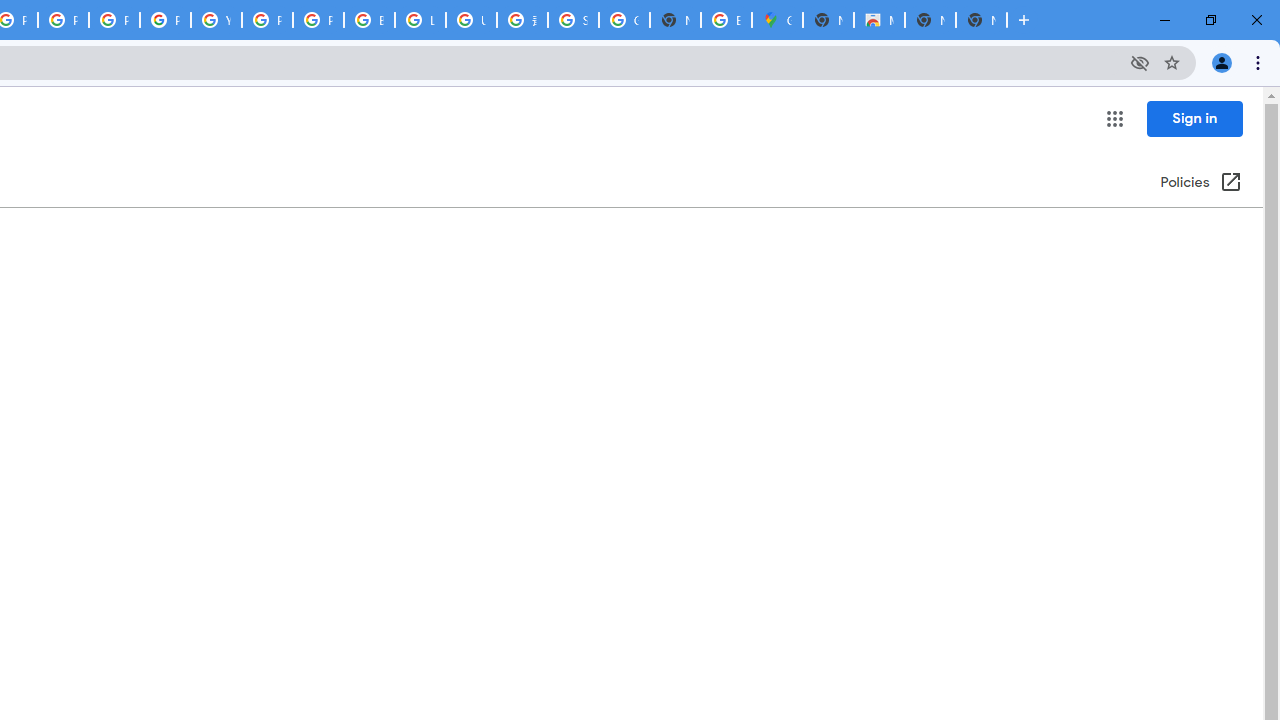 The width and height of the screenshot is (1280, 720). Describe the element at coordinates (726, 20) in the screenshot. I see `'Explore new street-level details - Google Maps Help'` at that location.